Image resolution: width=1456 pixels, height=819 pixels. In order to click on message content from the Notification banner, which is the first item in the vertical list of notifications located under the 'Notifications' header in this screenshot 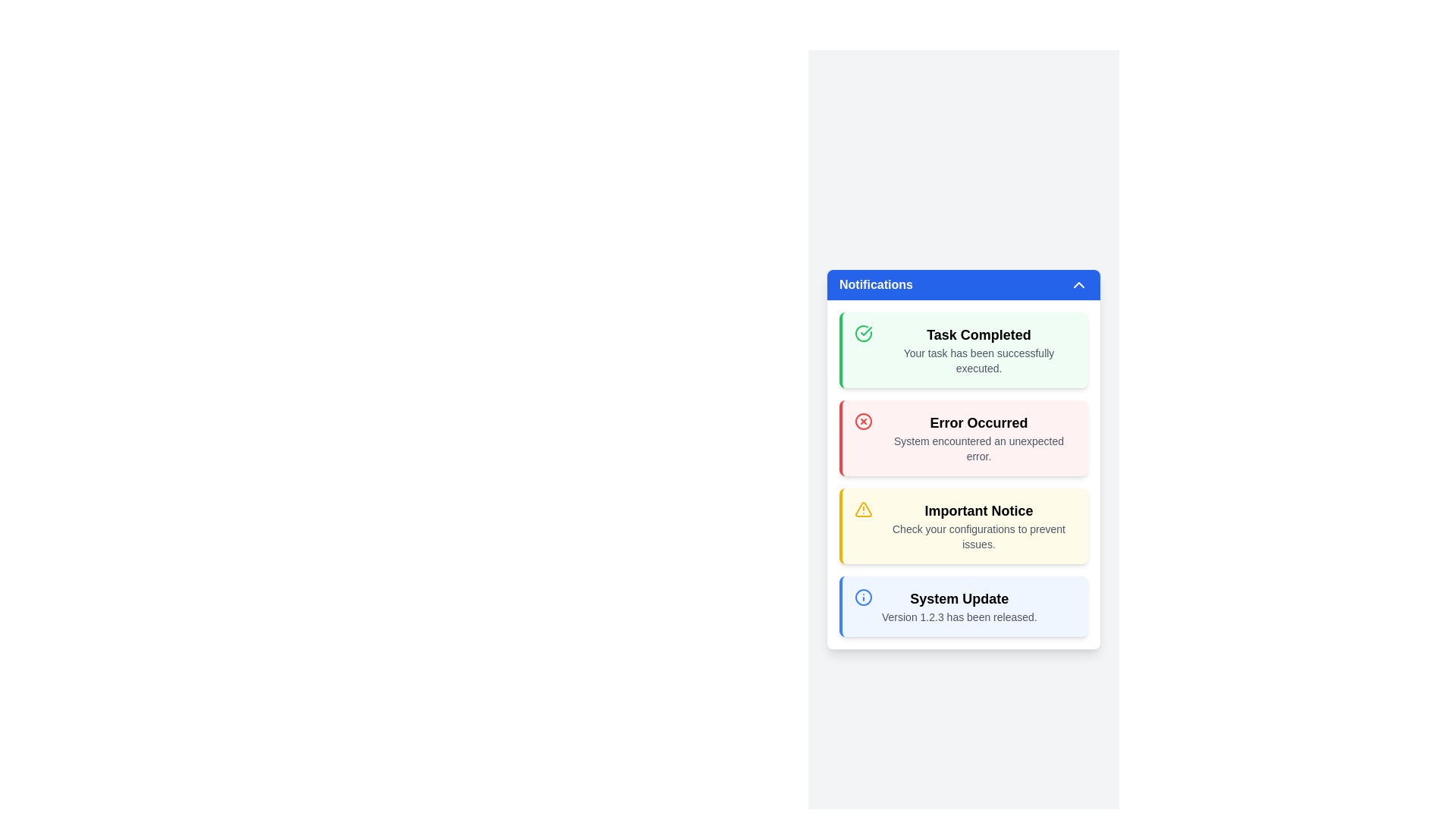, I will do `click(963, 350)`.